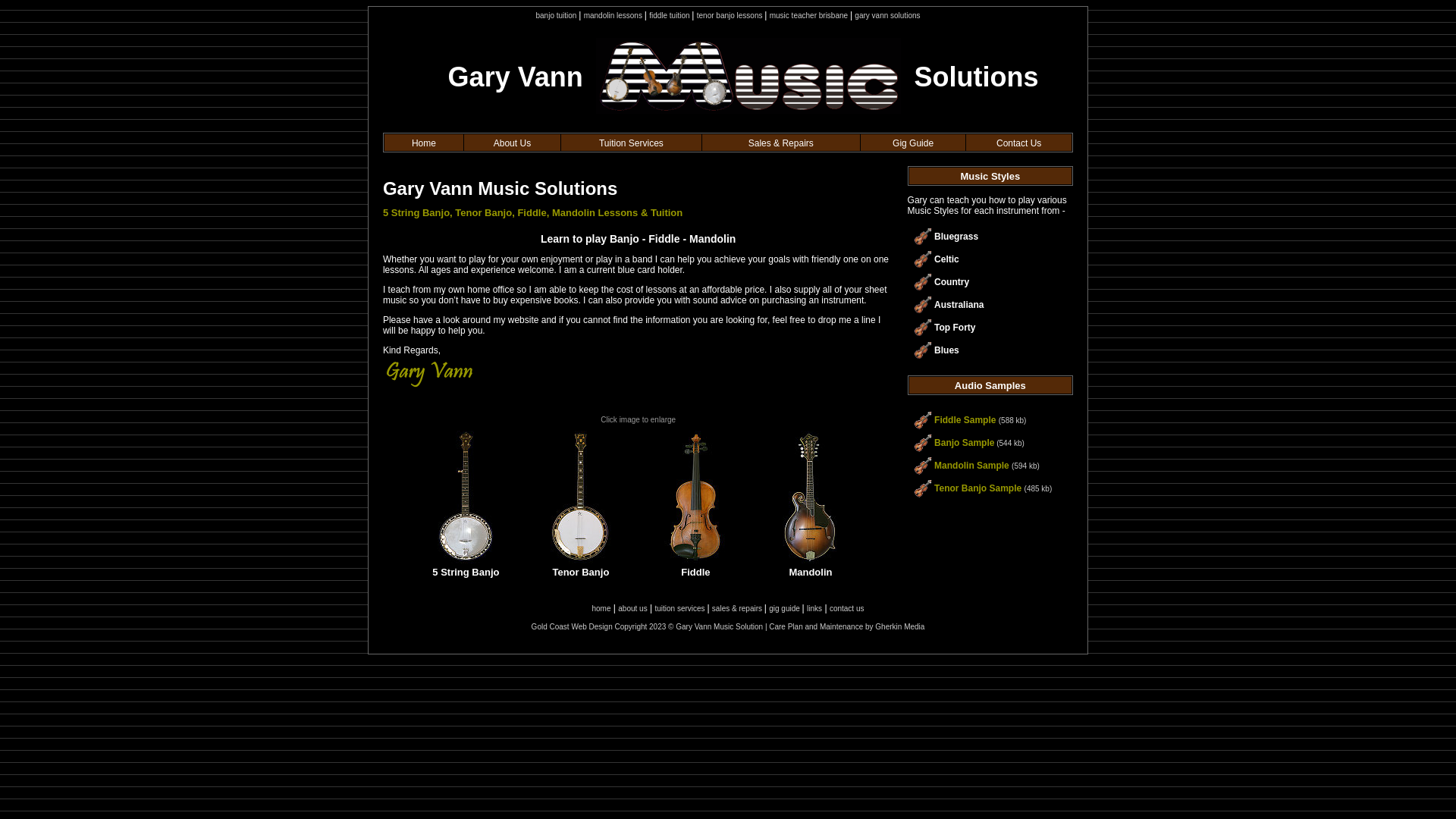 The image size is (1456, 819). What do you see at coordinates (785, 607) in the screenshot?
I see `'gig guide'` at bounding box center [785, 607].